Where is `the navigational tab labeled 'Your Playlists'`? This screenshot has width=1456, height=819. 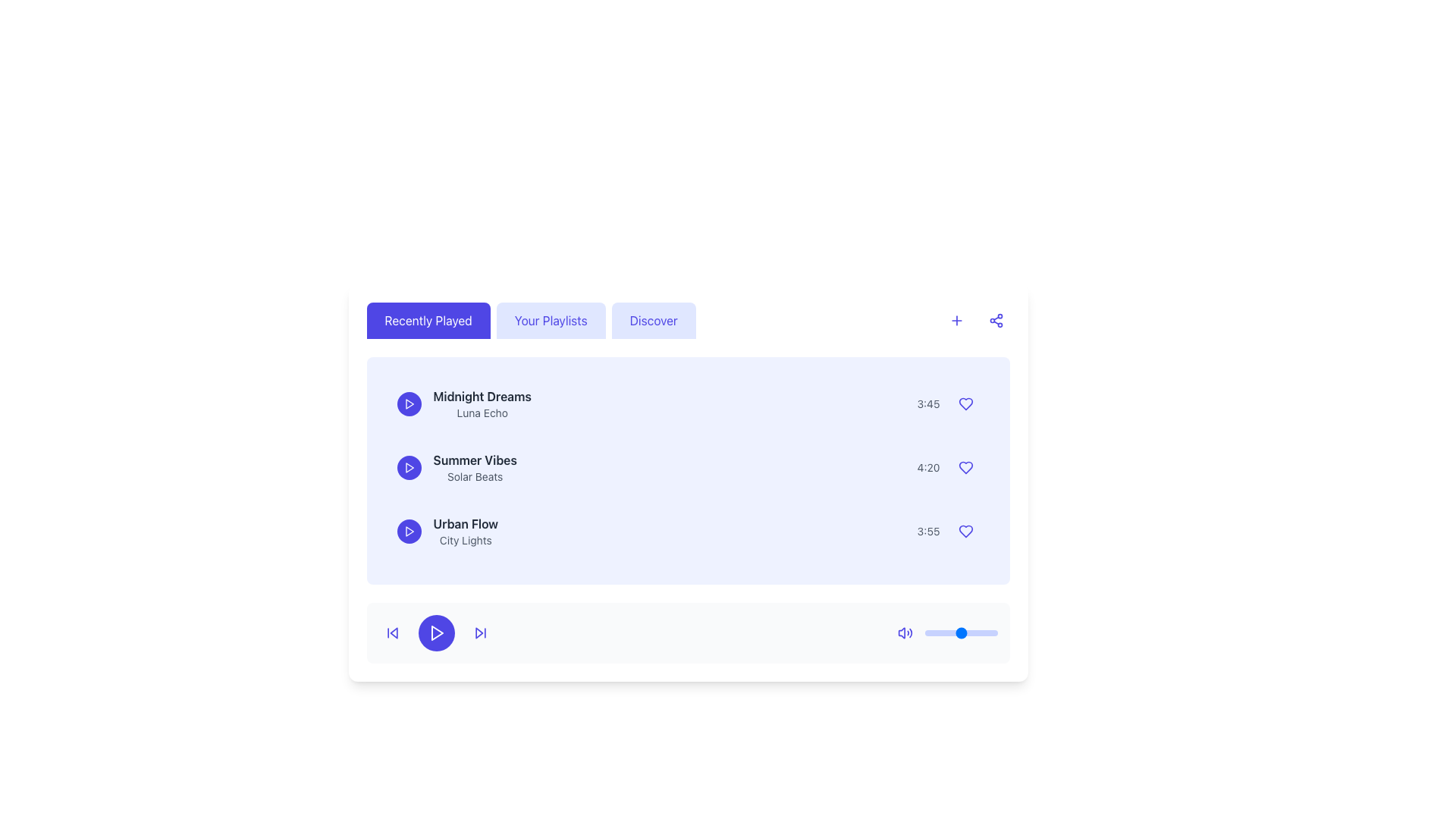
the navigational tab labeled 'Your Playlists' is located at coordinates (531, 320).